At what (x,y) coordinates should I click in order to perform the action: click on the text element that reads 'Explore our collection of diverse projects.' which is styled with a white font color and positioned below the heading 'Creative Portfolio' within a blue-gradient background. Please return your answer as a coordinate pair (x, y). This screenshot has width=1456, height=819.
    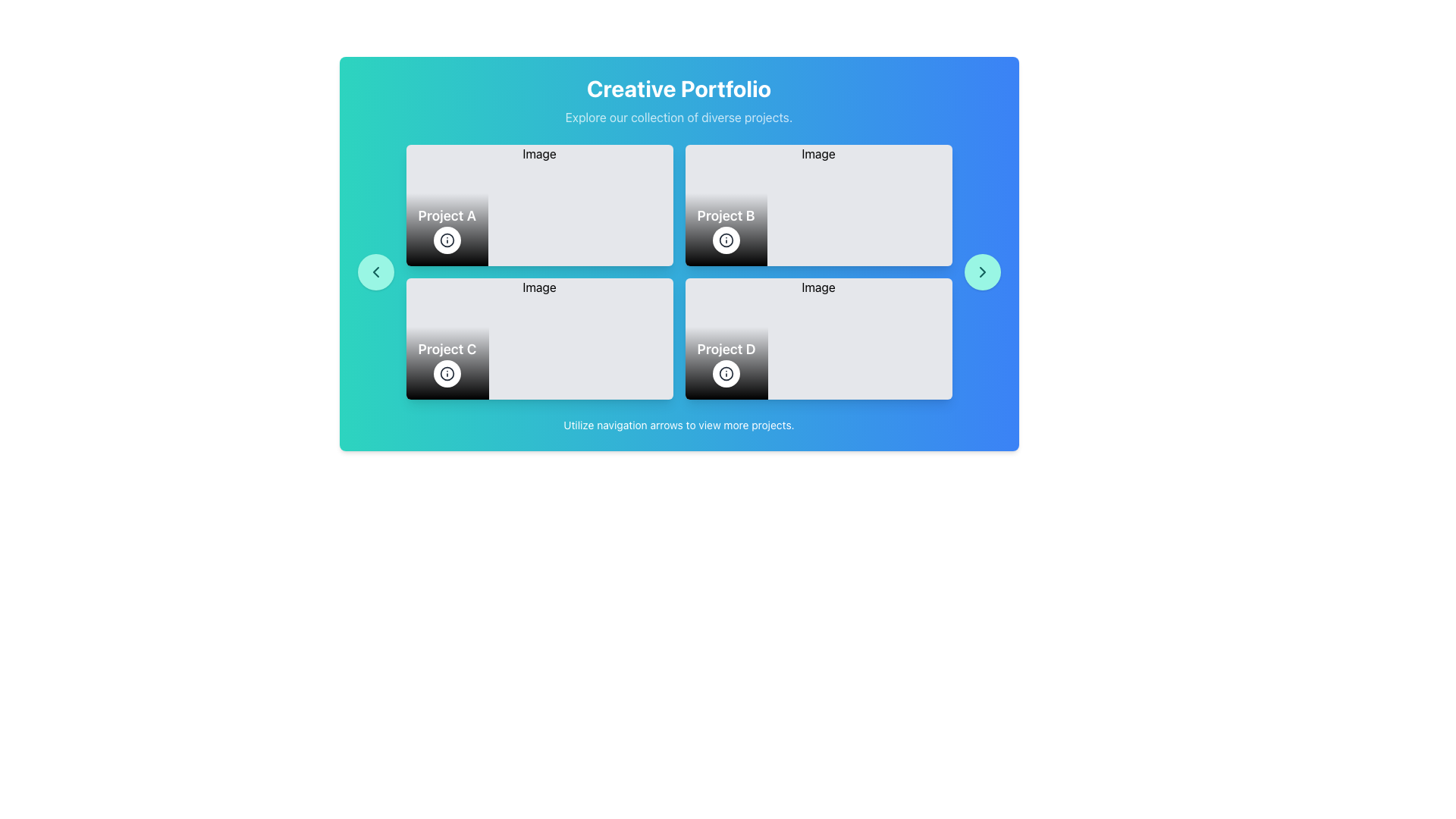
    Looking at the image, I should click on (678, 116).